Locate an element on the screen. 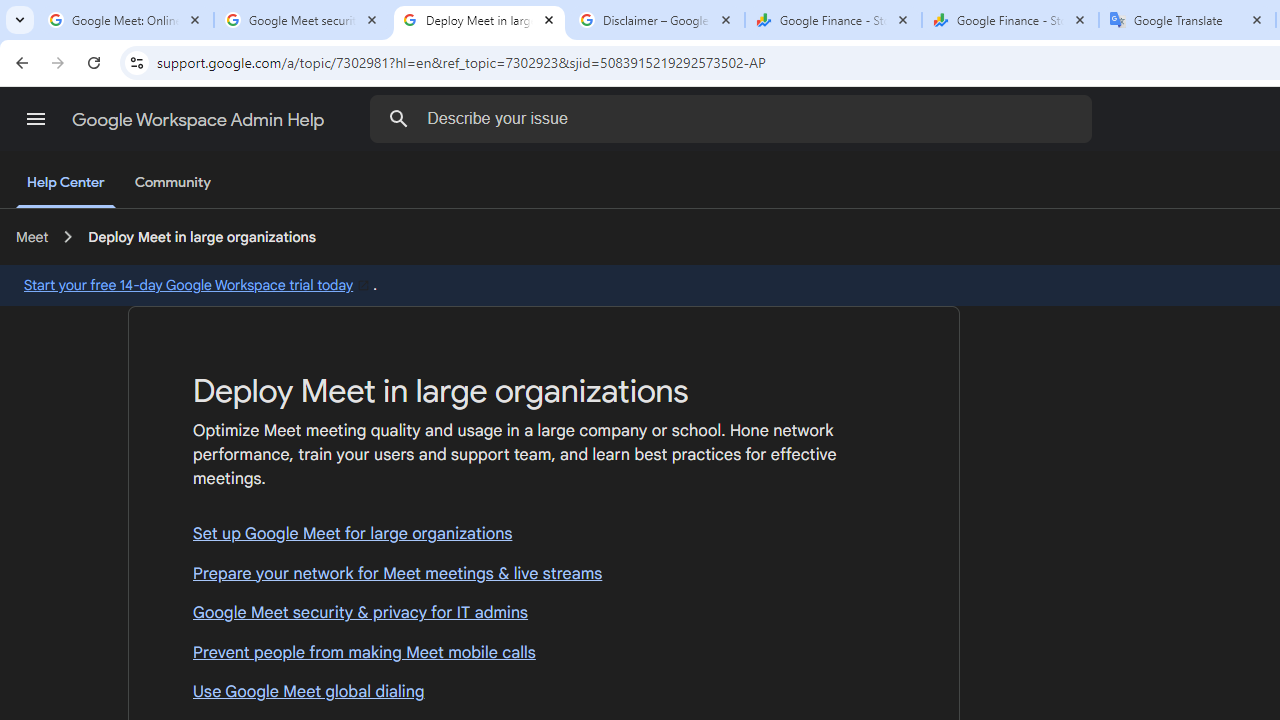  'Help Center' is located at coordinates (65, 183).